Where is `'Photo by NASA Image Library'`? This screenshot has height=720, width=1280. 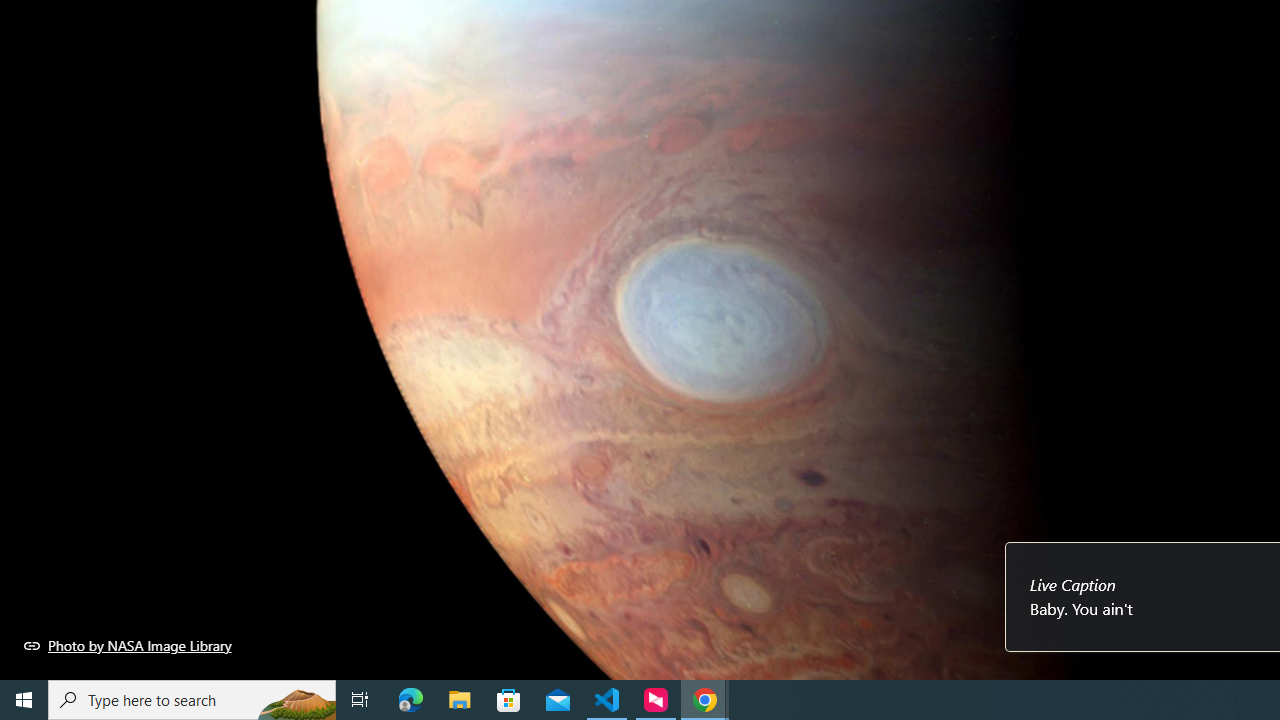 'Photo by NASA Image Library' is located at coordinates (127, 645).